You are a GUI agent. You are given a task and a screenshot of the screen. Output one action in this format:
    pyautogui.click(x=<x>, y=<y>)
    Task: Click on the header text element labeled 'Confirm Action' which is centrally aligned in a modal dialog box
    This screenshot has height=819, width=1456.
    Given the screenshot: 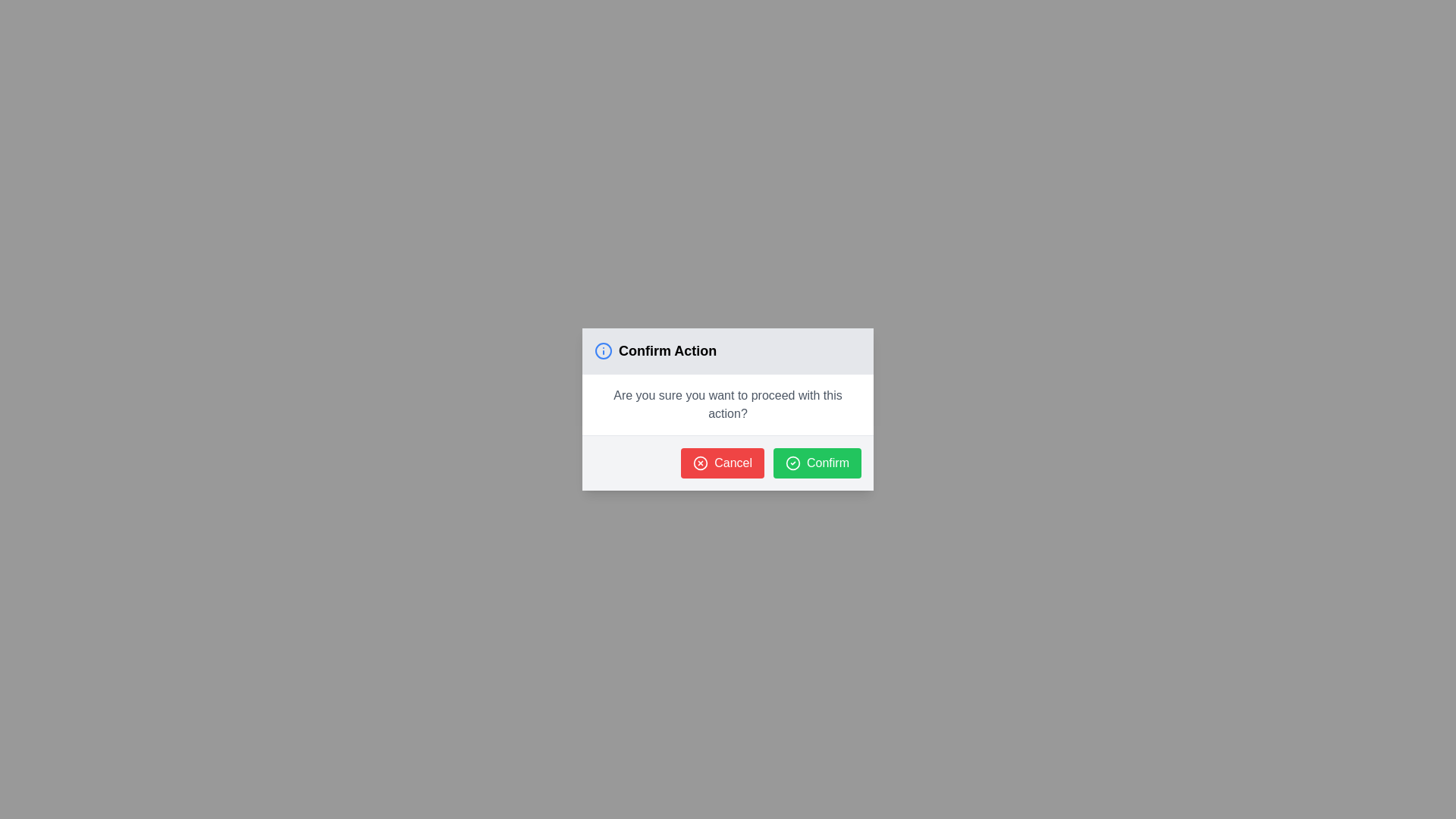 What is the action you would take?
    pyautogui.click(x=667, y=350)
    